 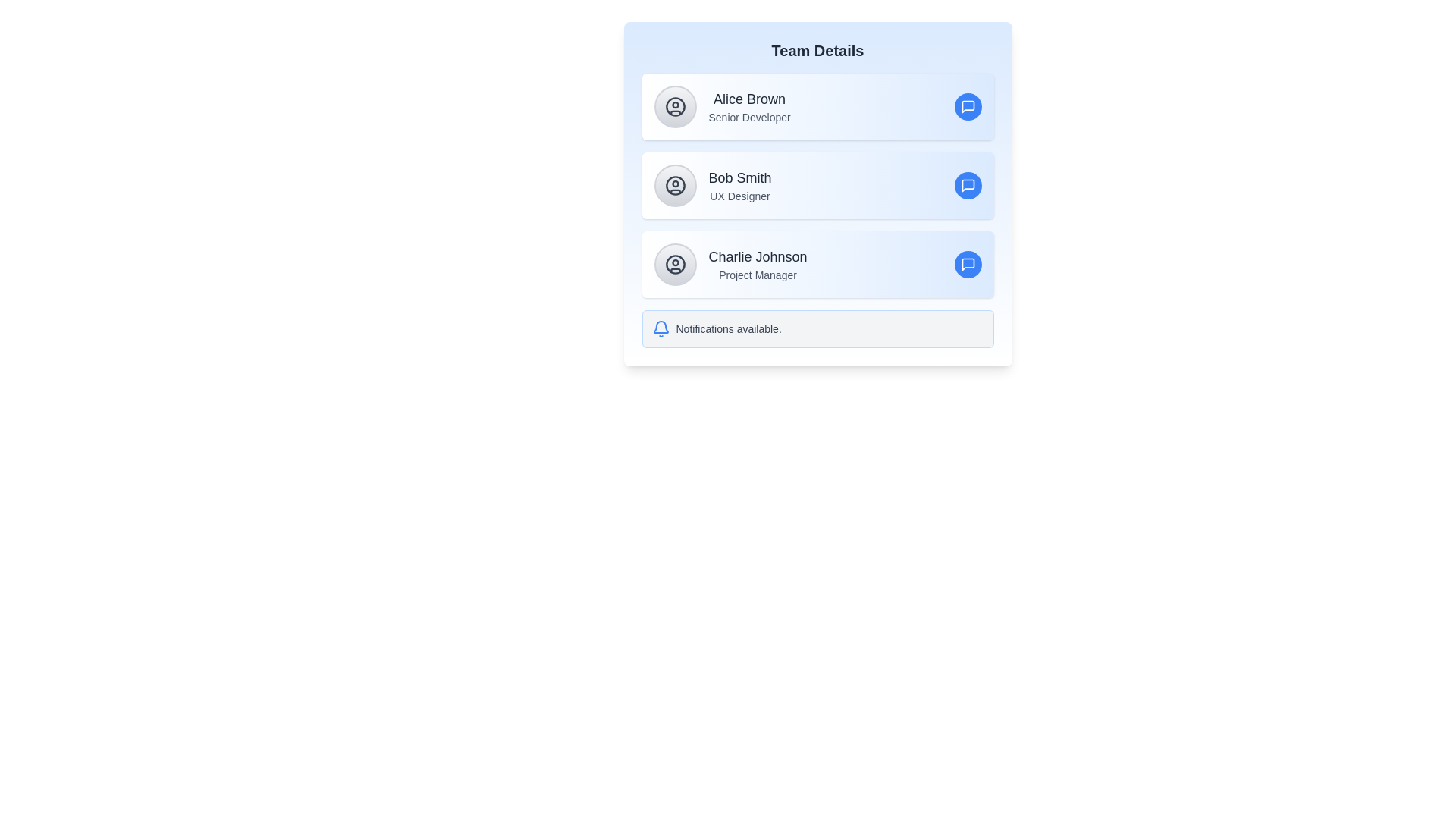 I want to click on the largest circular component of the user profile icon located to the left of the text 'Alice Brown' in the 'Team Details' list, so click(x=674, y=106).